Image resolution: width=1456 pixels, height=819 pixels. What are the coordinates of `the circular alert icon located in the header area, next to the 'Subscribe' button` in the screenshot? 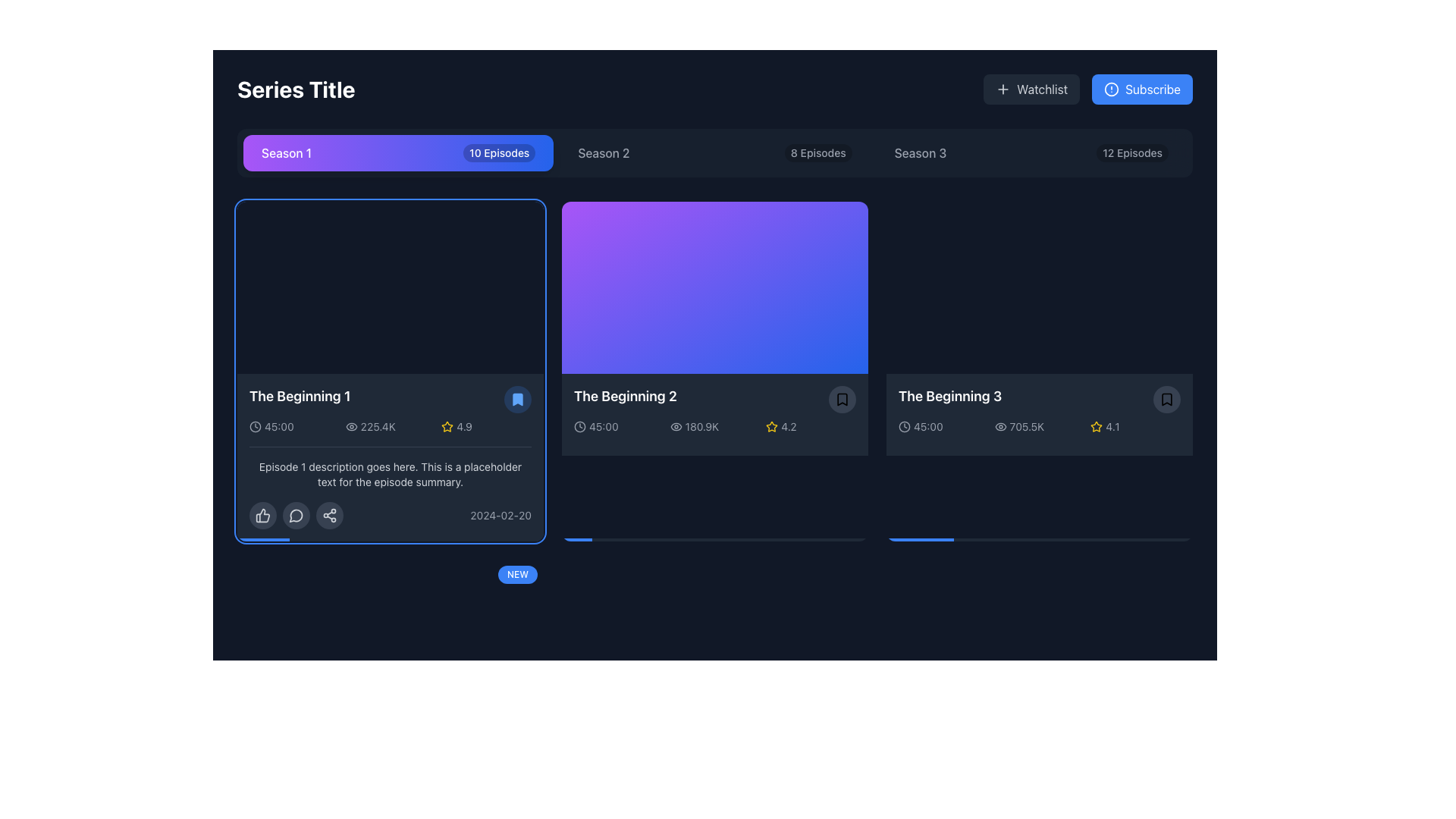 It's located at (1112, 89).